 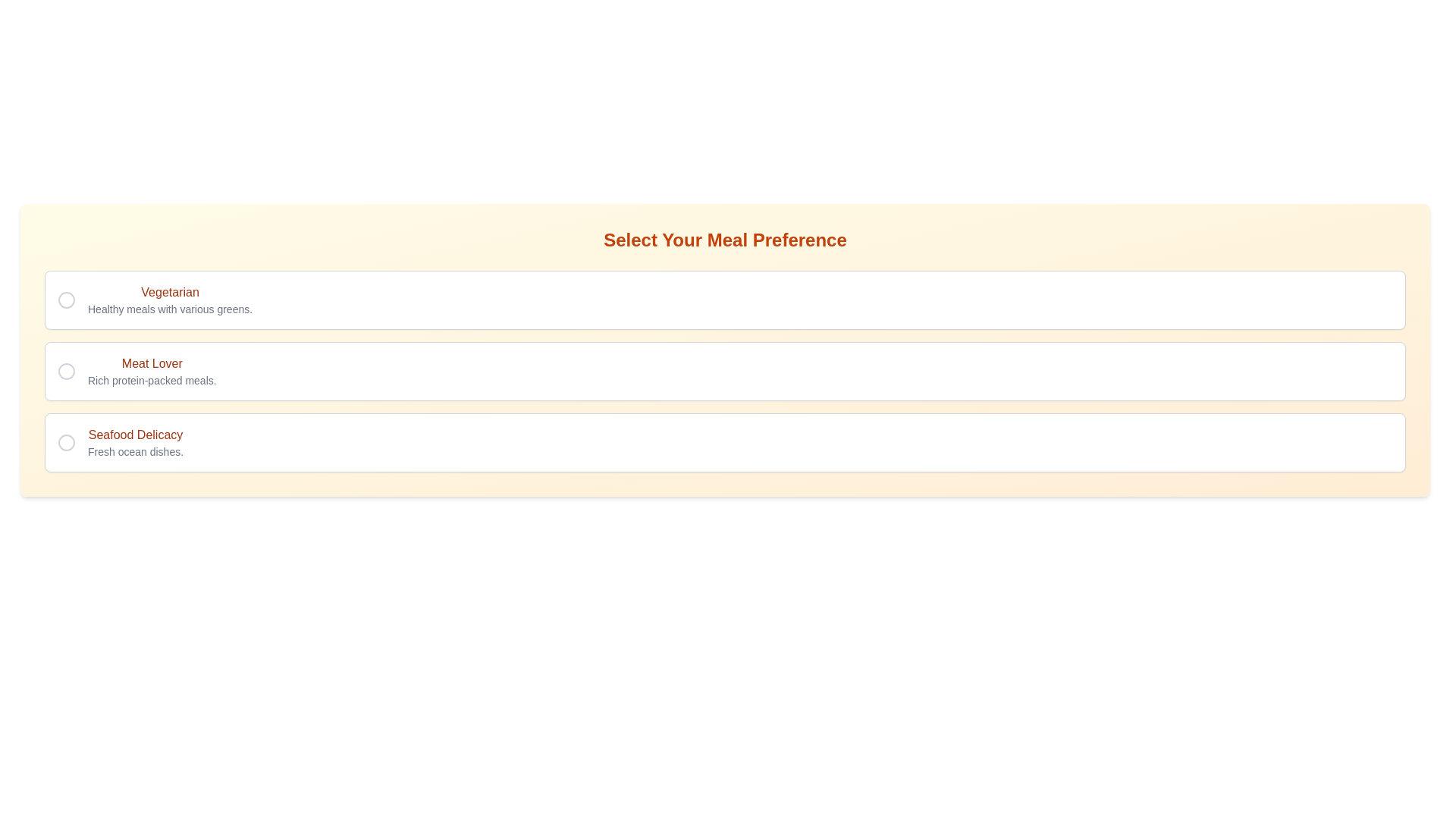 What do you see at coordinates (152, 371) in the screenshot?
I see `the 'Meat Lover' list item label` at bounding box center [152, 371].